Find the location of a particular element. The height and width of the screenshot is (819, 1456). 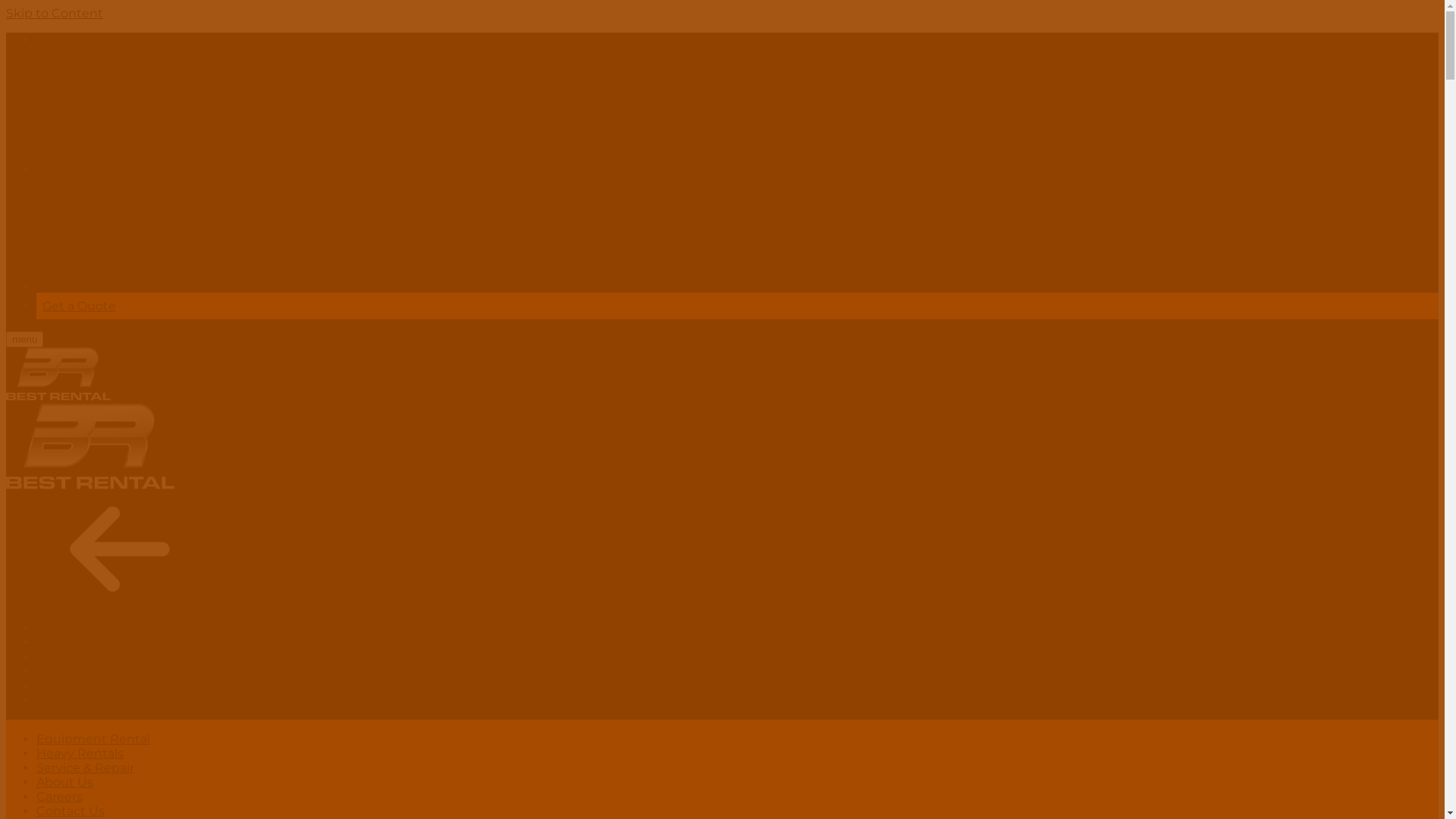

'Maple: 905-303-3900' is located at coordinates (213, 168).